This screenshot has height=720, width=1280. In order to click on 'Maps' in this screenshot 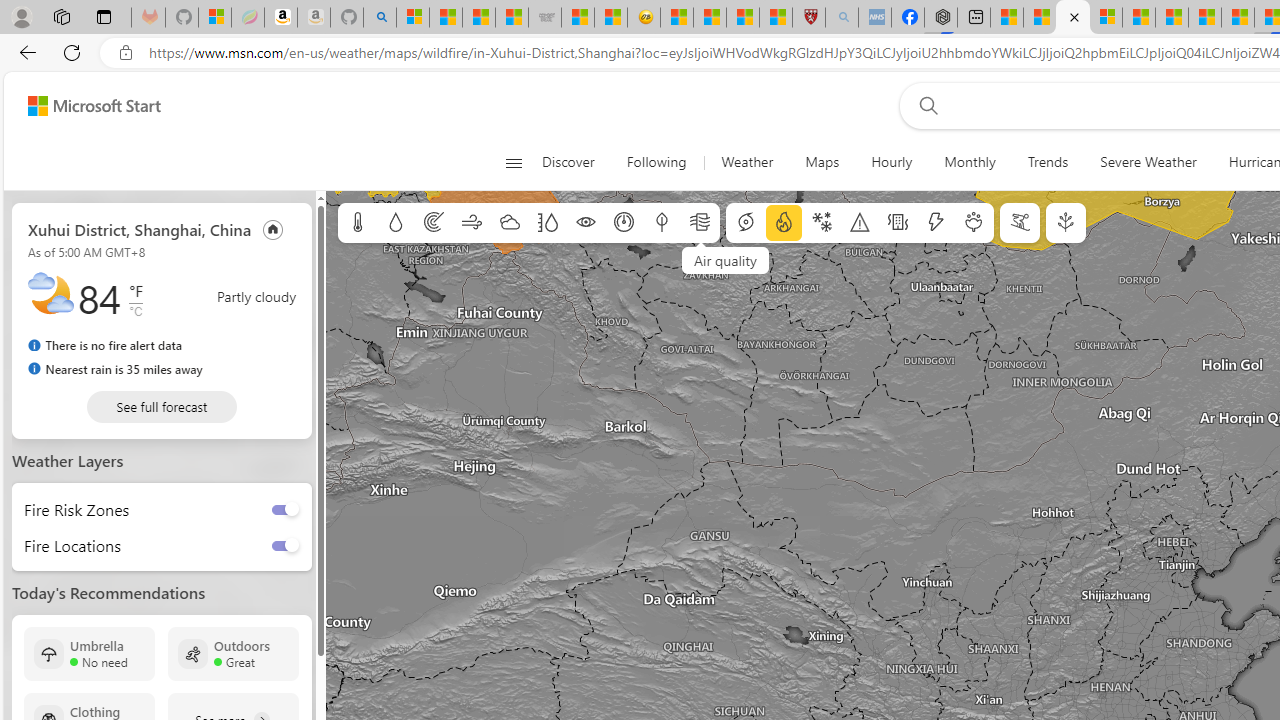, I will do `click(822, 162)`.